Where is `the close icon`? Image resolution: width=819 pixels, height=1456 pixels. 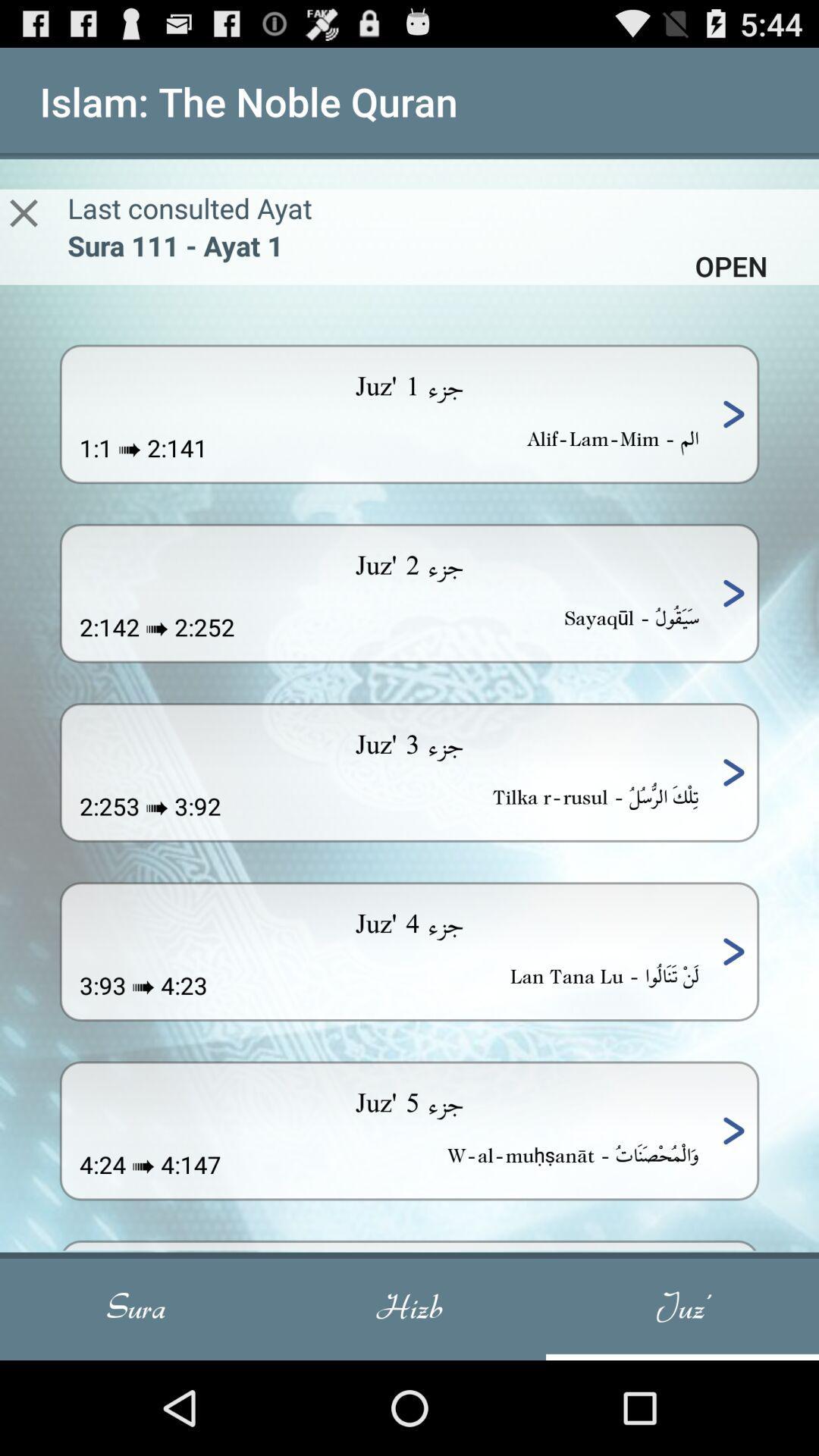
the close icon is located at coordinates (24, 227).